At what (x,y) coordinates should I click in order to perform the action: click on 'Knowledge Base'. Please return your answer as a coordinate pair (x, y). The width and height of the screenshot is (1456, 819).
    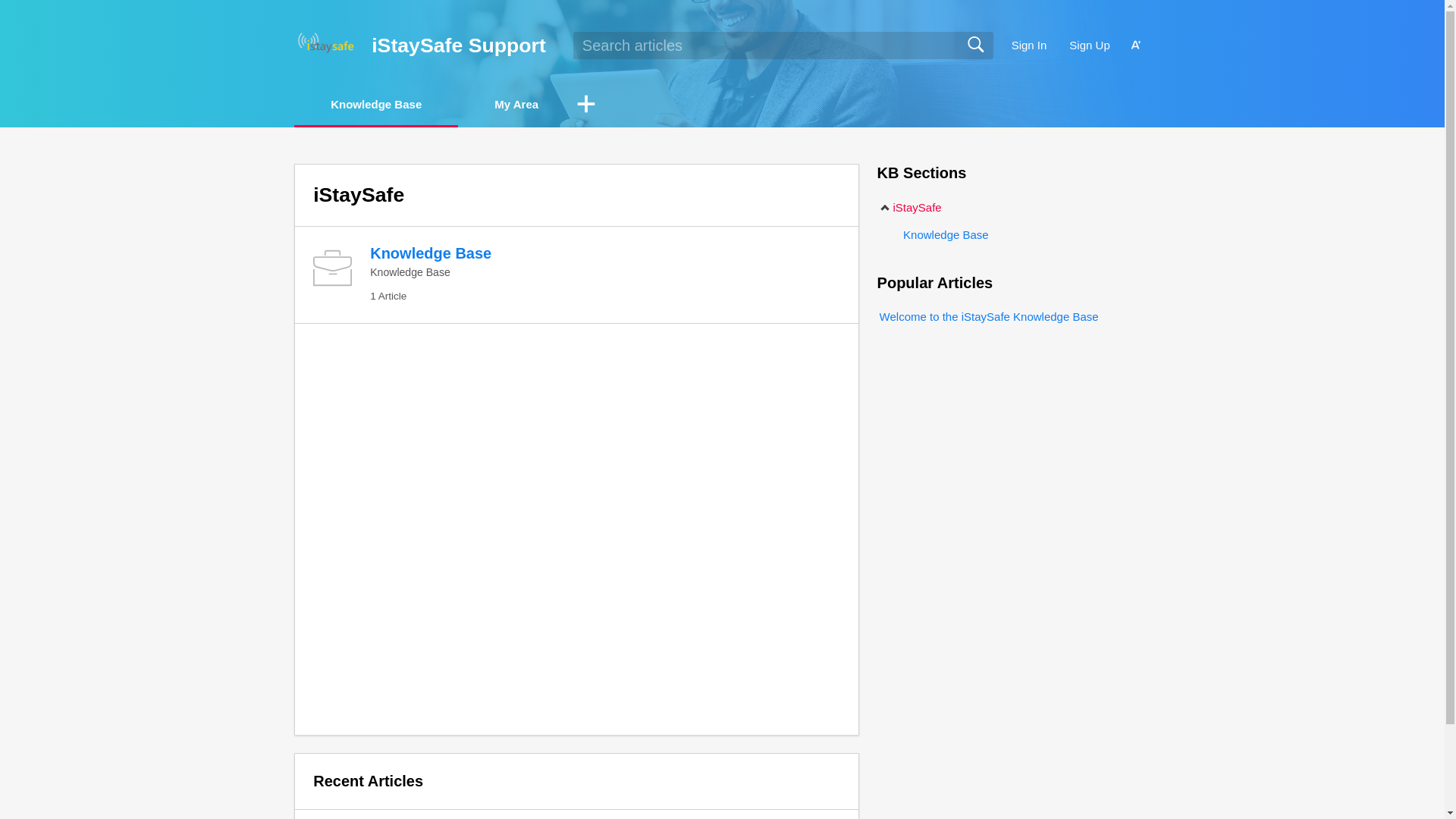
    Looking at the image, I should click on (898, 234).